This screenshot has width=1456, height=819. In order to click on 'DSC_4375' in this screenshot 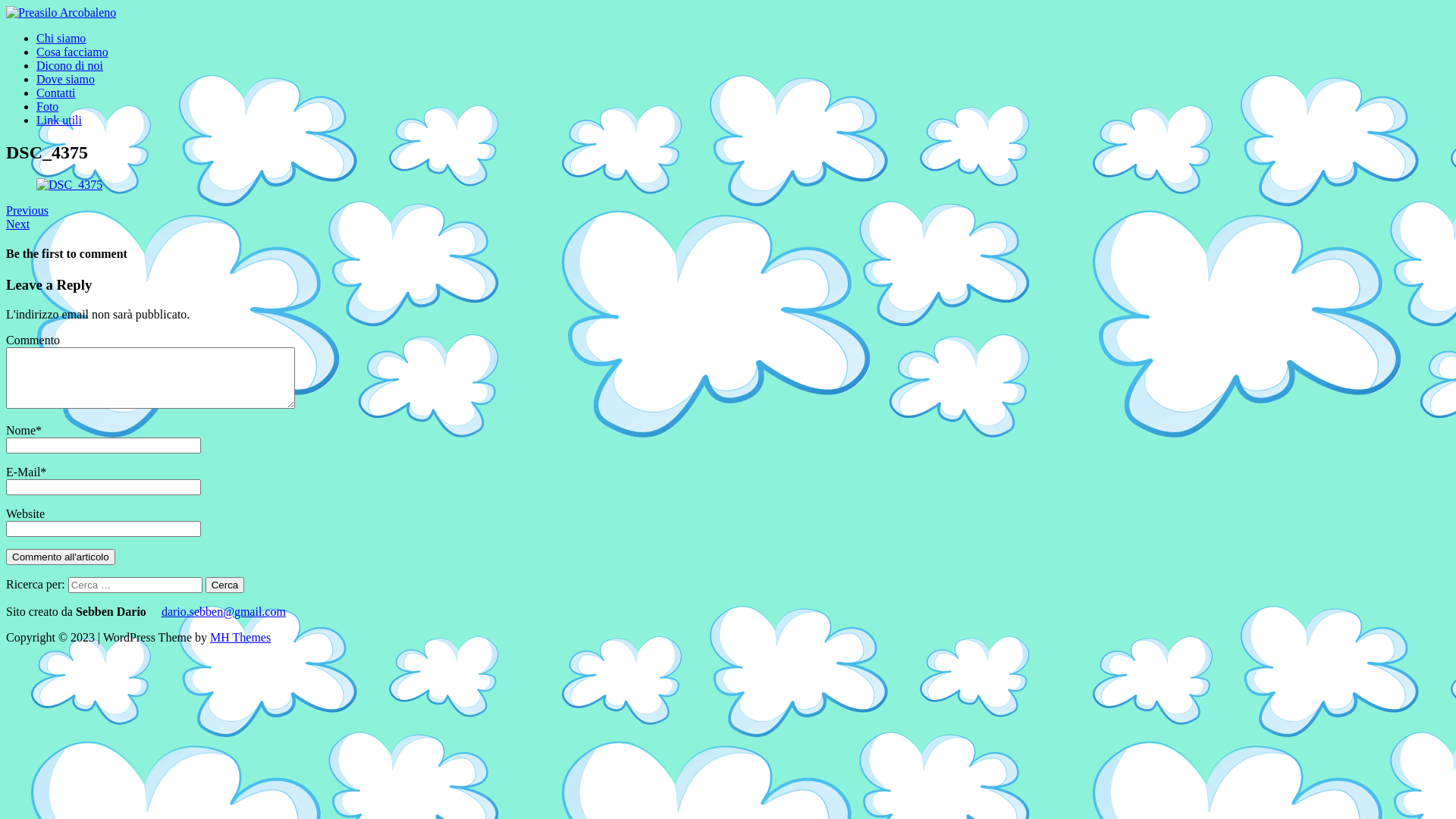, I will do `click(36, 184)`.